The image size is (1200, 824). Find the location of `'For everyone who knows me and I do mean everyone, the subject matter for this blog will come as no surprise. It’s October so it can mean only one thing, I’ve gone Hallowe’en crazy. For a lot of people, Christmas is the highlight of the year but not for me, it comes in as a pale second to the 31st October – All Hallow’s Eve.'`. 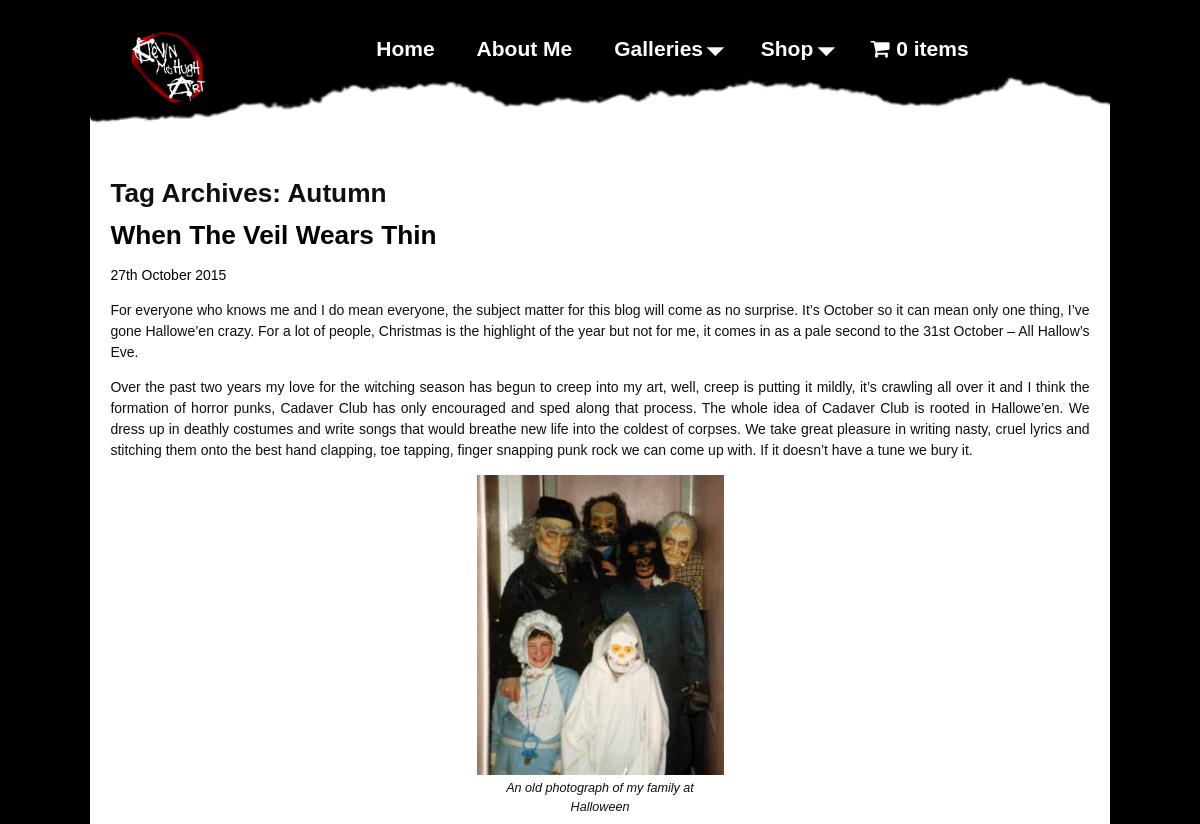

'For everyone who knows me and I do mean everyone, the subject matter for this blog will come as no surprise. It’s October so it can mean only one thing, I’ve gone Hallowe’en crazy. For a lot of people, Christmas is the highlight of the year but not for me, it comes in as a pale second to the 31st October – All Hallow’s Eve.' is located at coordinates (598, 331).